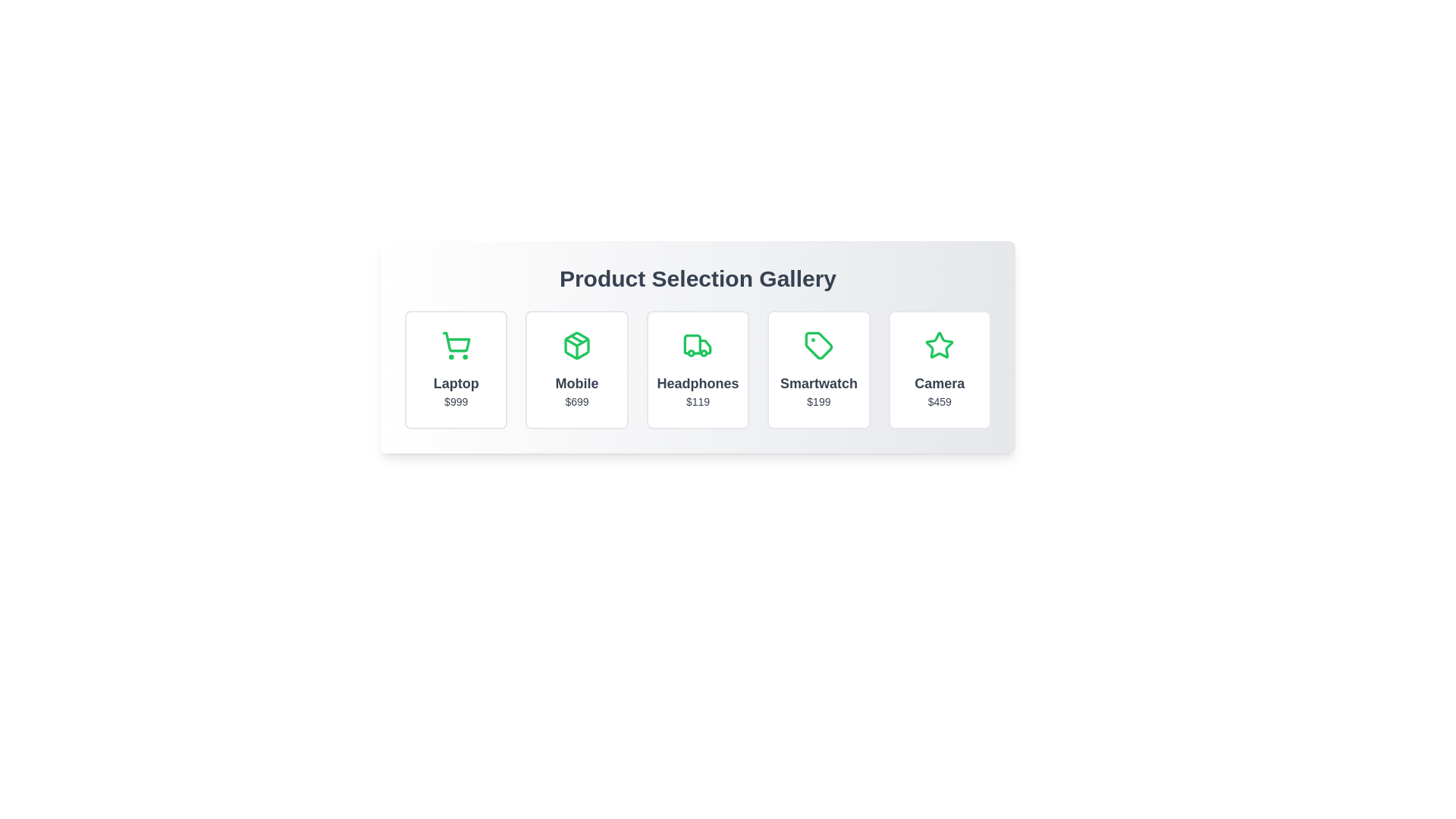  Describe the element at coordinates (576, 382) in the screenshot. I see `the bold text label 'Mobile' located in the second product card under 'Product Selection Gallery', which is positioned above the price label '$699'` at that location.